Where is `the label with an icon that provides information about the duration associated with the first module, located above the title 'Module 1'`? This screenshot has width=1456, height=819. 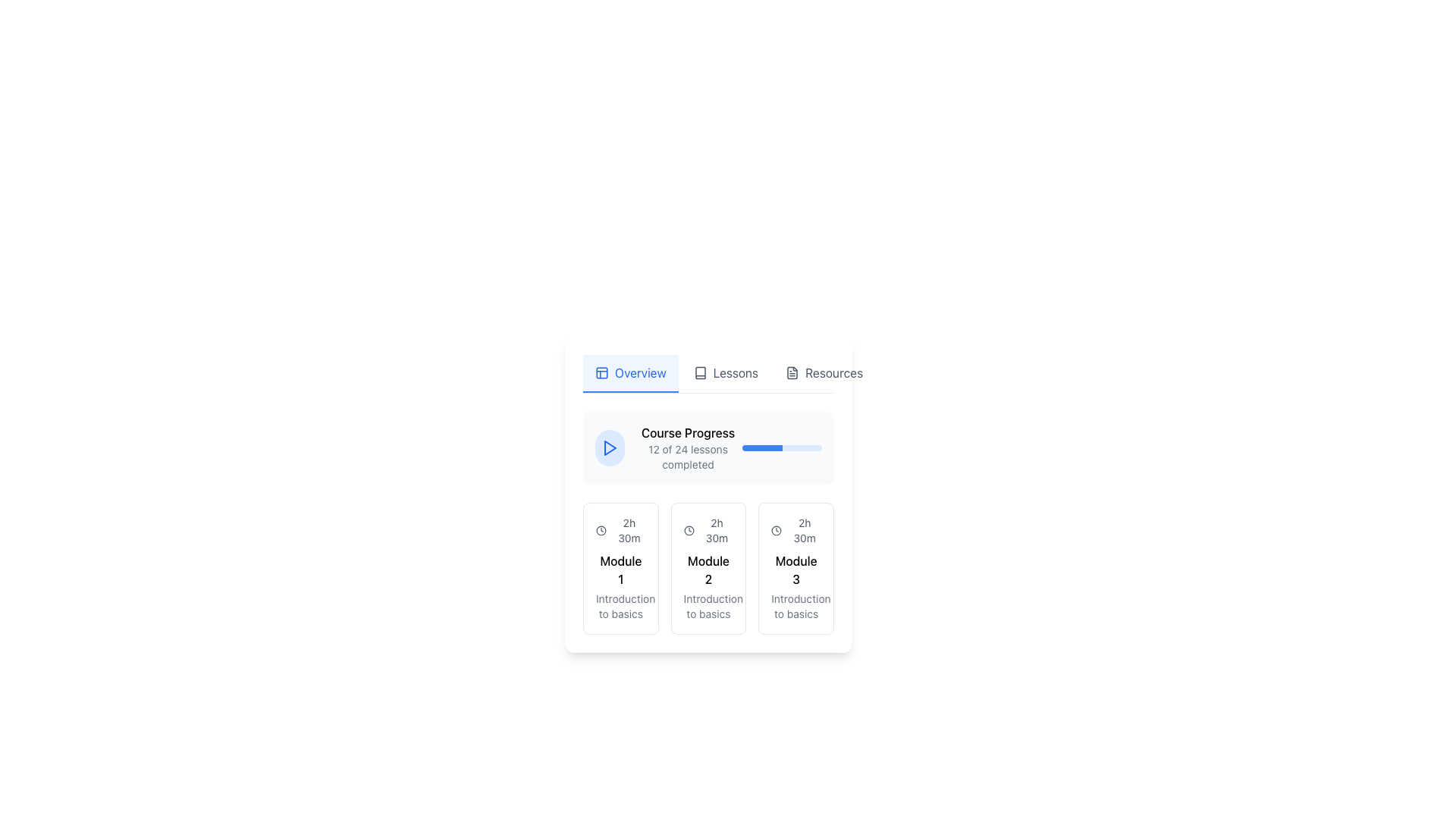 the label with an icon that provides information about the duration associated with the first module, located above the title 'Module 1' is located at coordinates (620, 529).